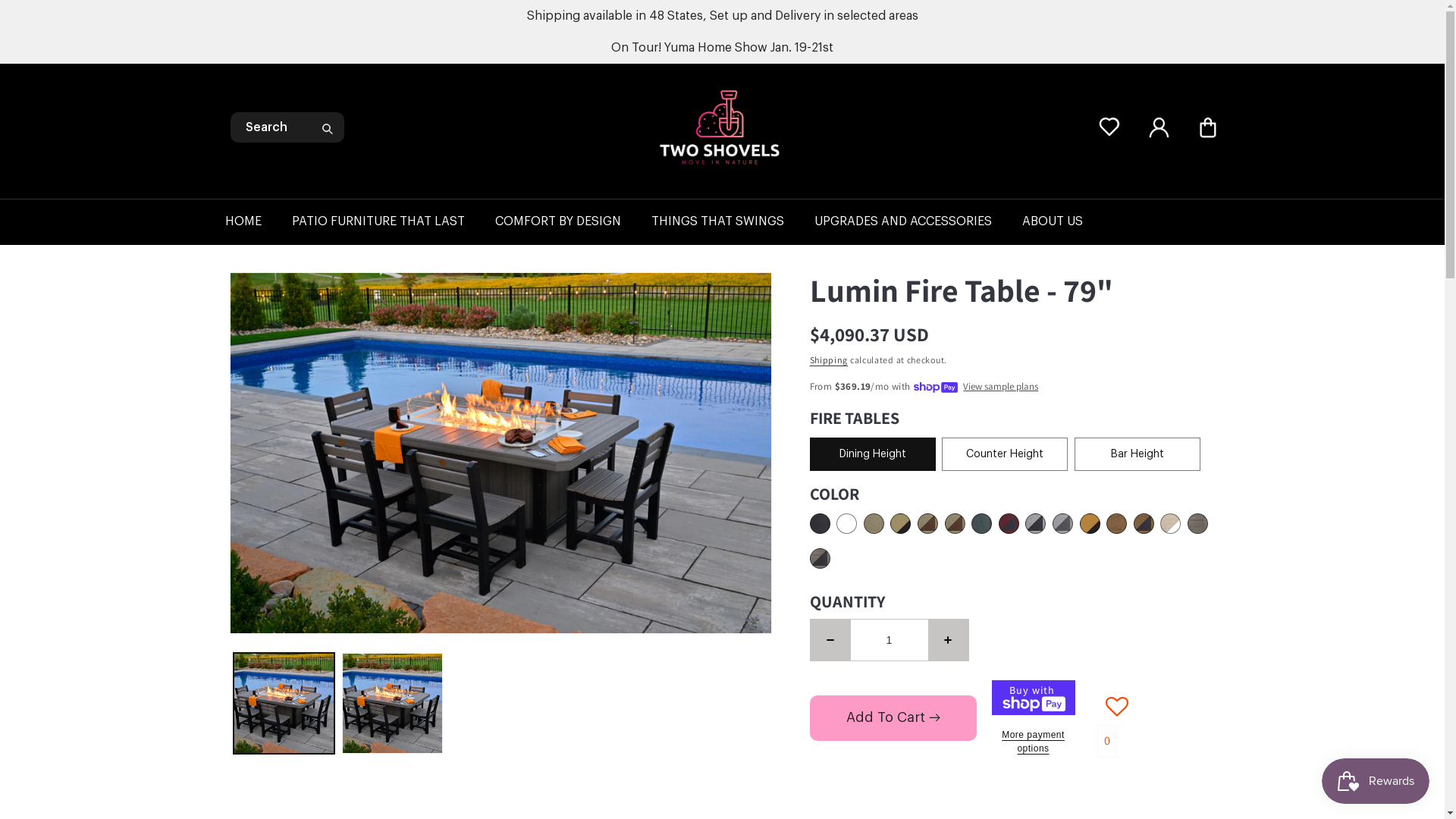  Describe the element at coordinates (1376, 780) in the screenshot. I see `'Smile.io Rewards Program Launcher'` at that location.